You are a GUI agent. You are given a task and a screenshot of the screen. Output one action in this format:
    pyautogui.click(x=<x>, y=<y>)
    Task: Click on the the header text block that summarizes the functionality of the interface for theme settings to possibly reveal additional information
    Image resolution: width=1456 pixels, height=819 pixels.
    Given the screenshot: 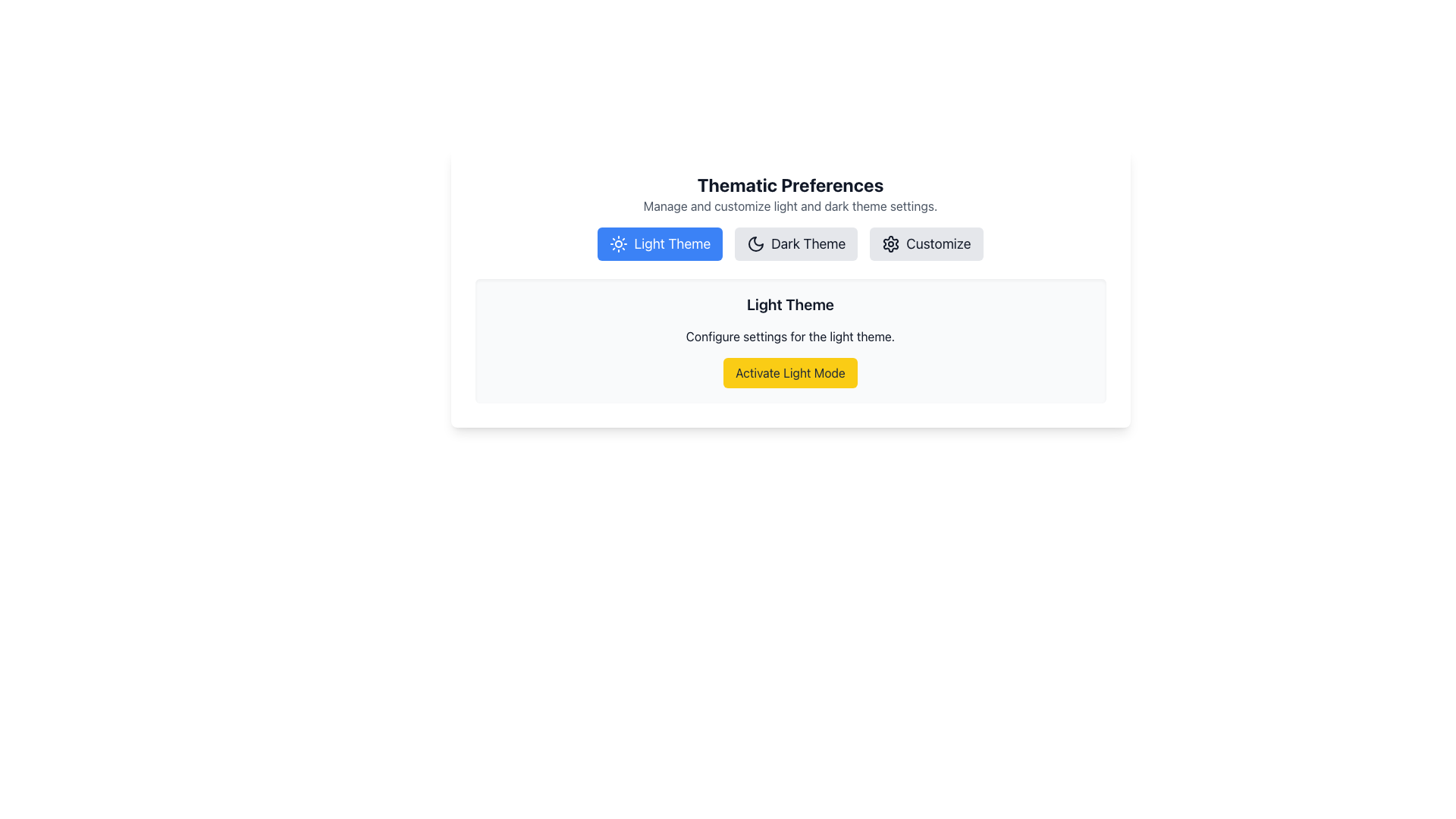 What is the action you would take?
    pyautogui.click(x=789, y=193)
    